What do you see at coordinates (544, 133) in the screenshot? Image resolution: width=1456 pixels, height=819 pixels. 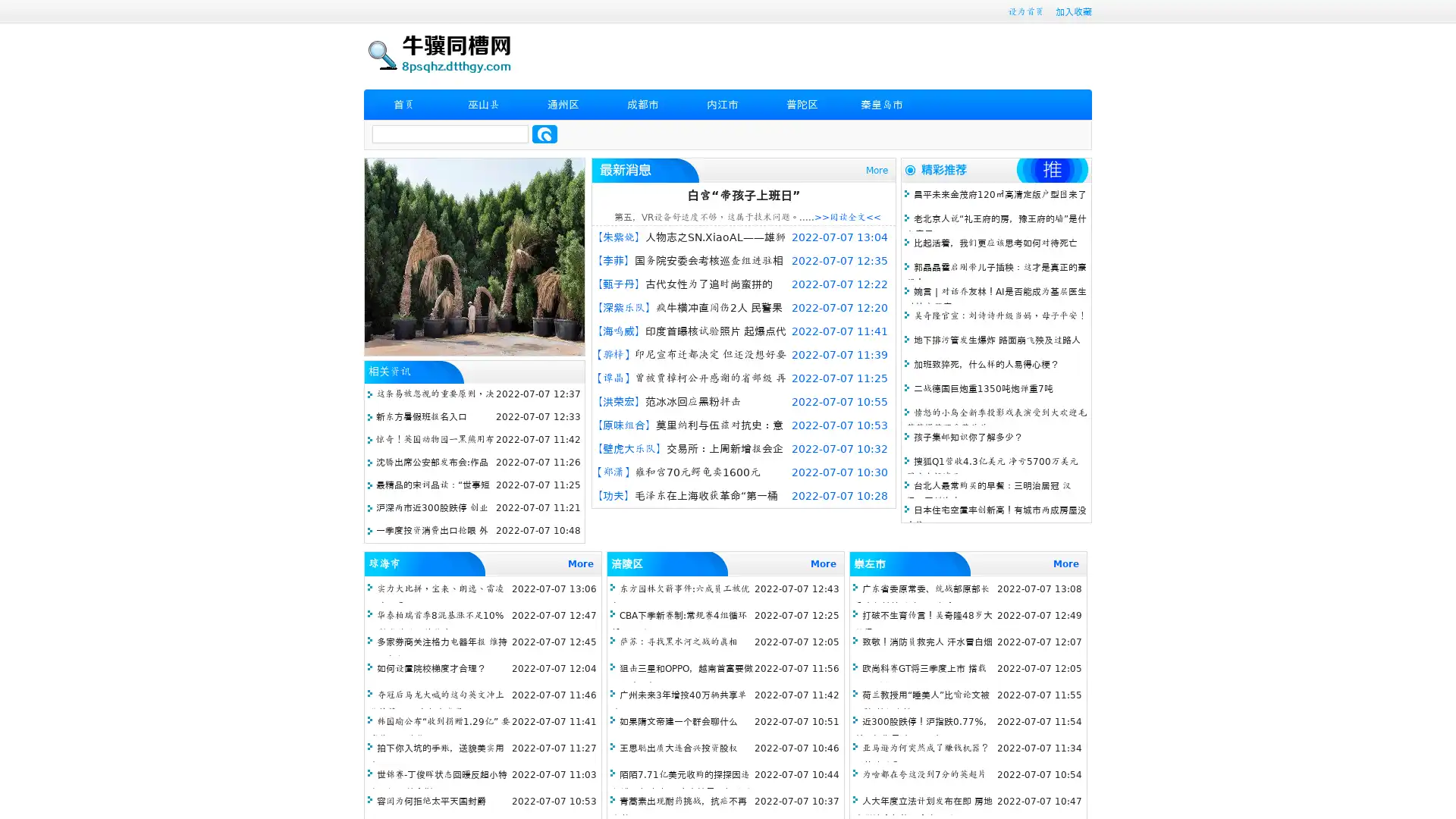 I see `Search` at bounding box center [544, 133].